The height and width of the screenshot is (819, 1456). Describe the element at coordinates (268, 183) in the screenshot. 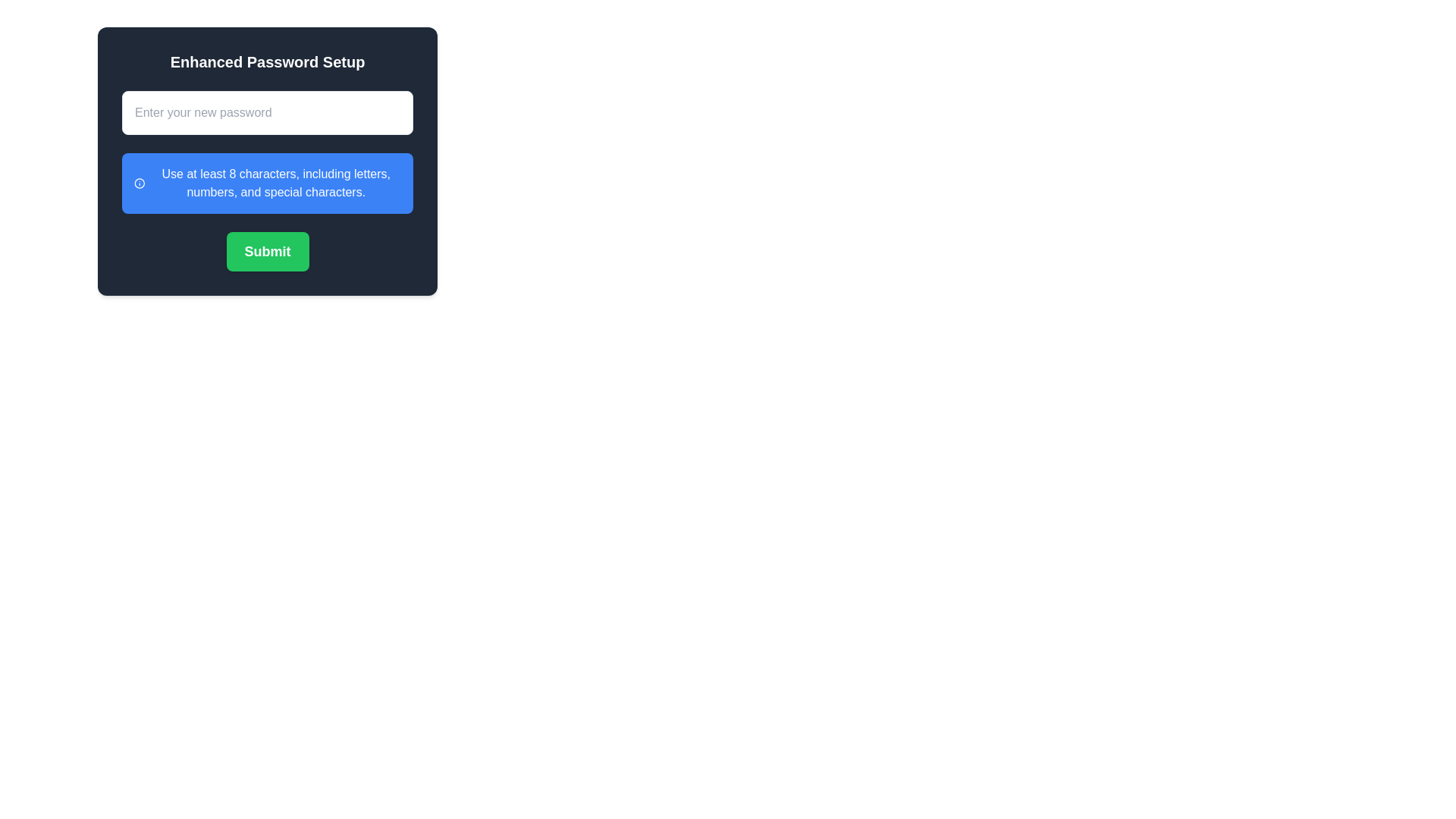

I see `the instructional notice or tooltip with a blue background and white text, which provides guidelines about password requirements, located under the 'Enter your new password' field and above the 'Submit' button` at that location.